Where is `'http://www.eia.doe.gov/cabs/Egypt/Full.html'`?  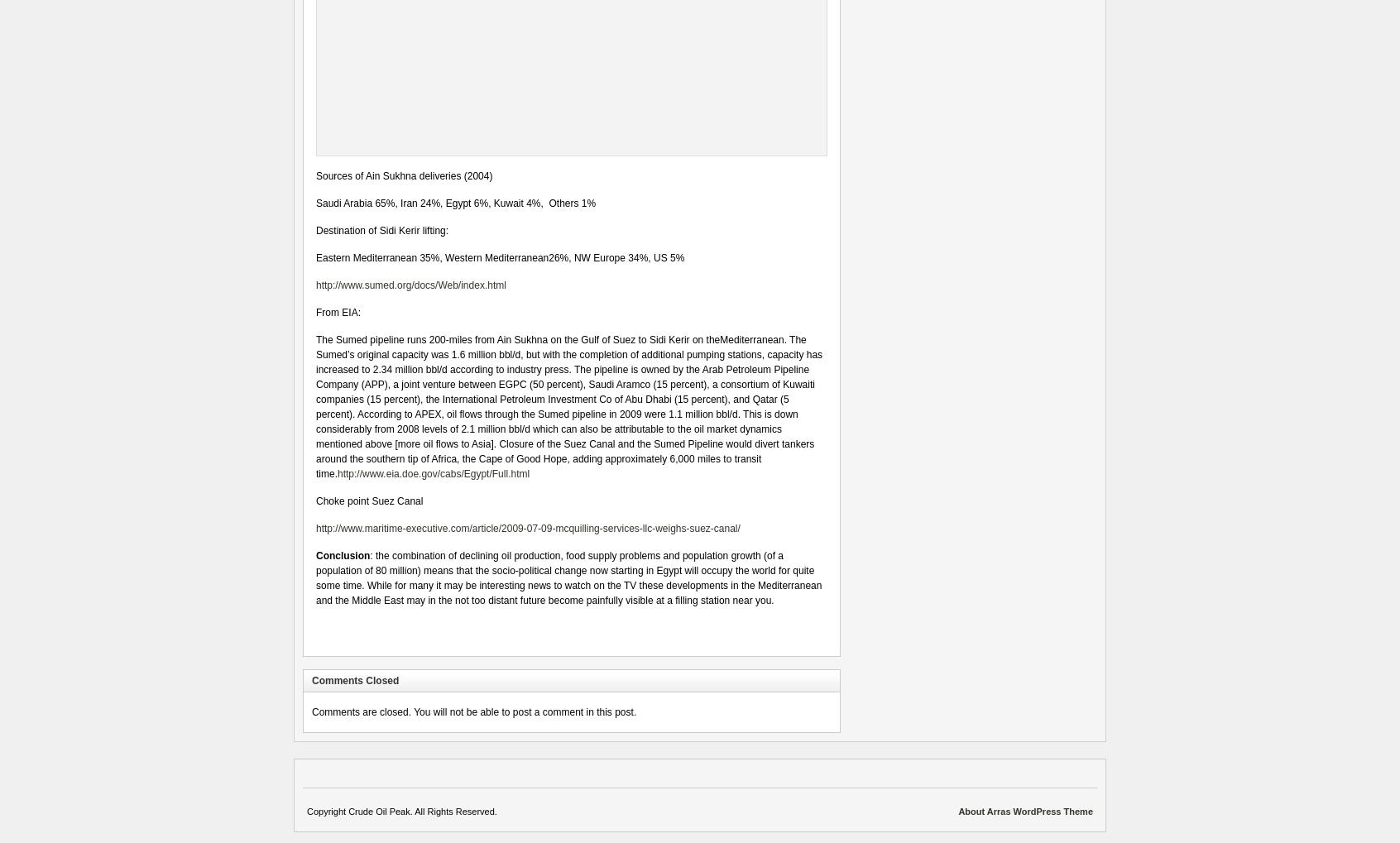
'http://www.eia.doe.gov/cabs/Egypt/Full.html' is located at coordinates (434, 472).